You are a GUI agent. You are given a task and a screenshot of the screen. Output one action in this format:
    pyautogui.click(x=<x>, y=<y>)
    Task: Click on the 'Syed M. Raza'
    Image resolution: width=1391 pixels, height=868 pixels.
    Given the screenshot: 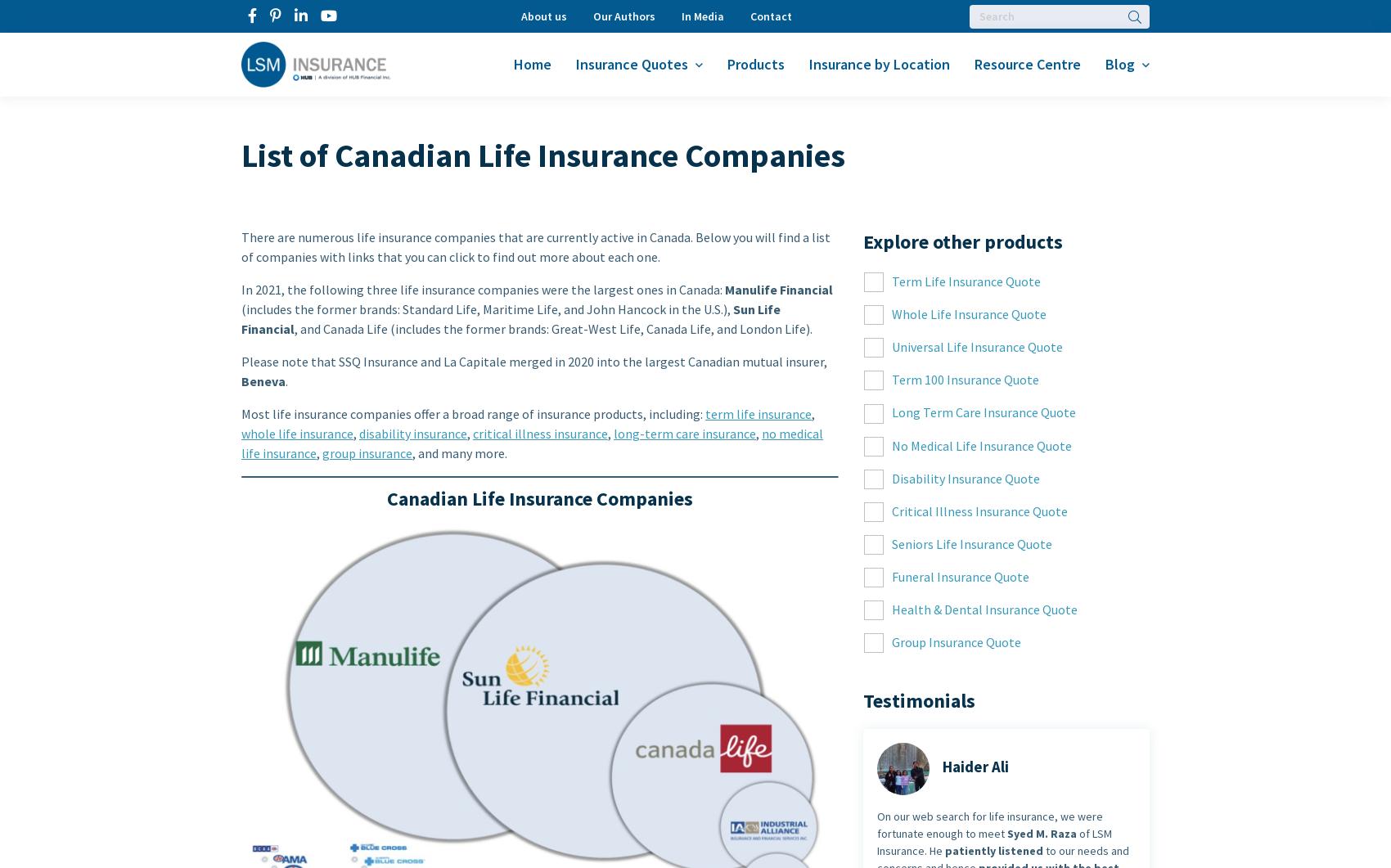 What is the action you would take?
    pyautogui.click(x=1041, y=832)
    